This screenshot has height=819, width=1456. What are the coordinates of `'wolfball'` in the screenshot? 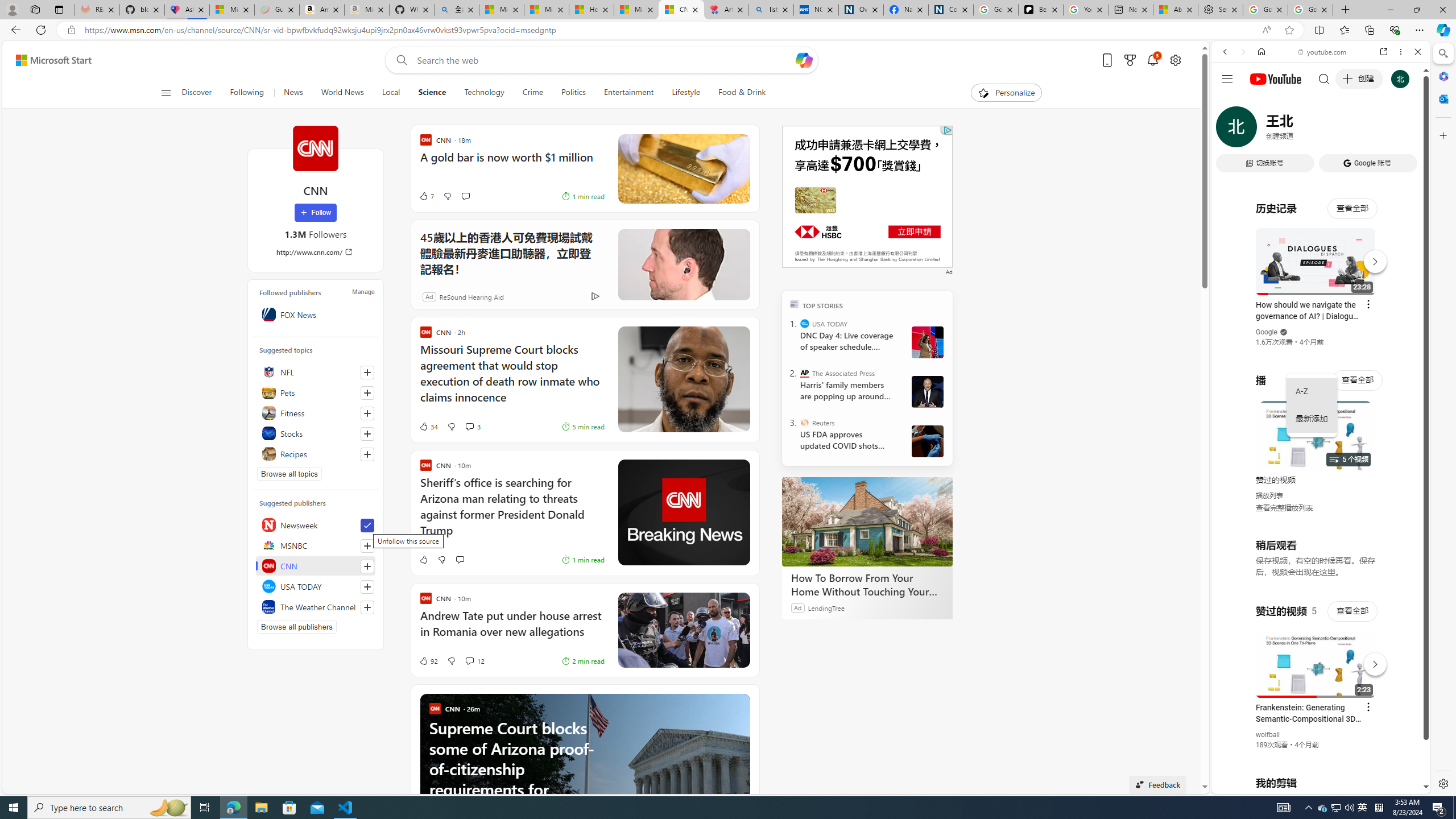 It's located at (1268, 734).